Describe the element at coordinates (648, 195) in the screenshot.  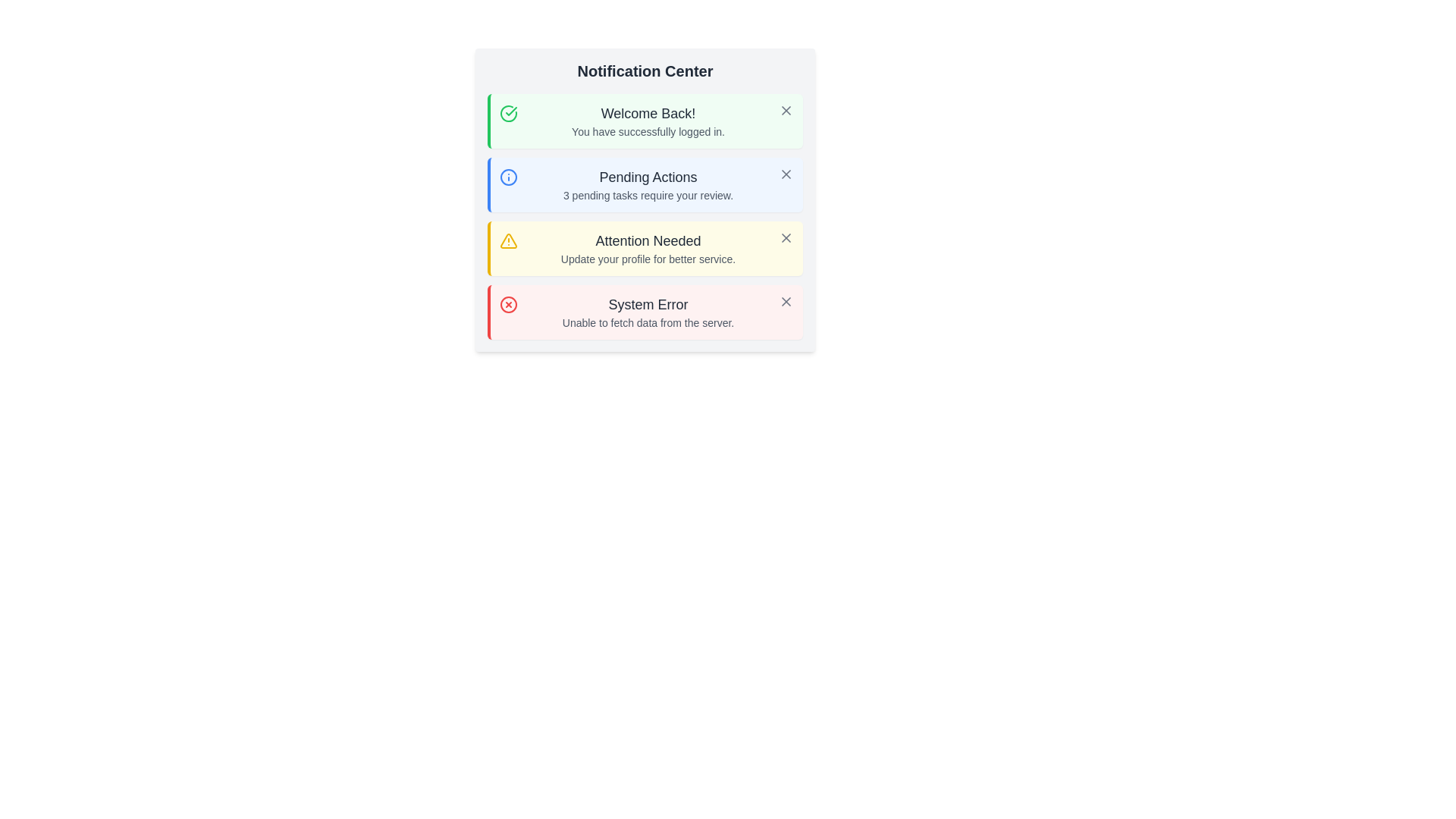
I see `the text element displaying the number of pending tasks, located under the 'Pending Actions' section in the Notification Center` at that location.